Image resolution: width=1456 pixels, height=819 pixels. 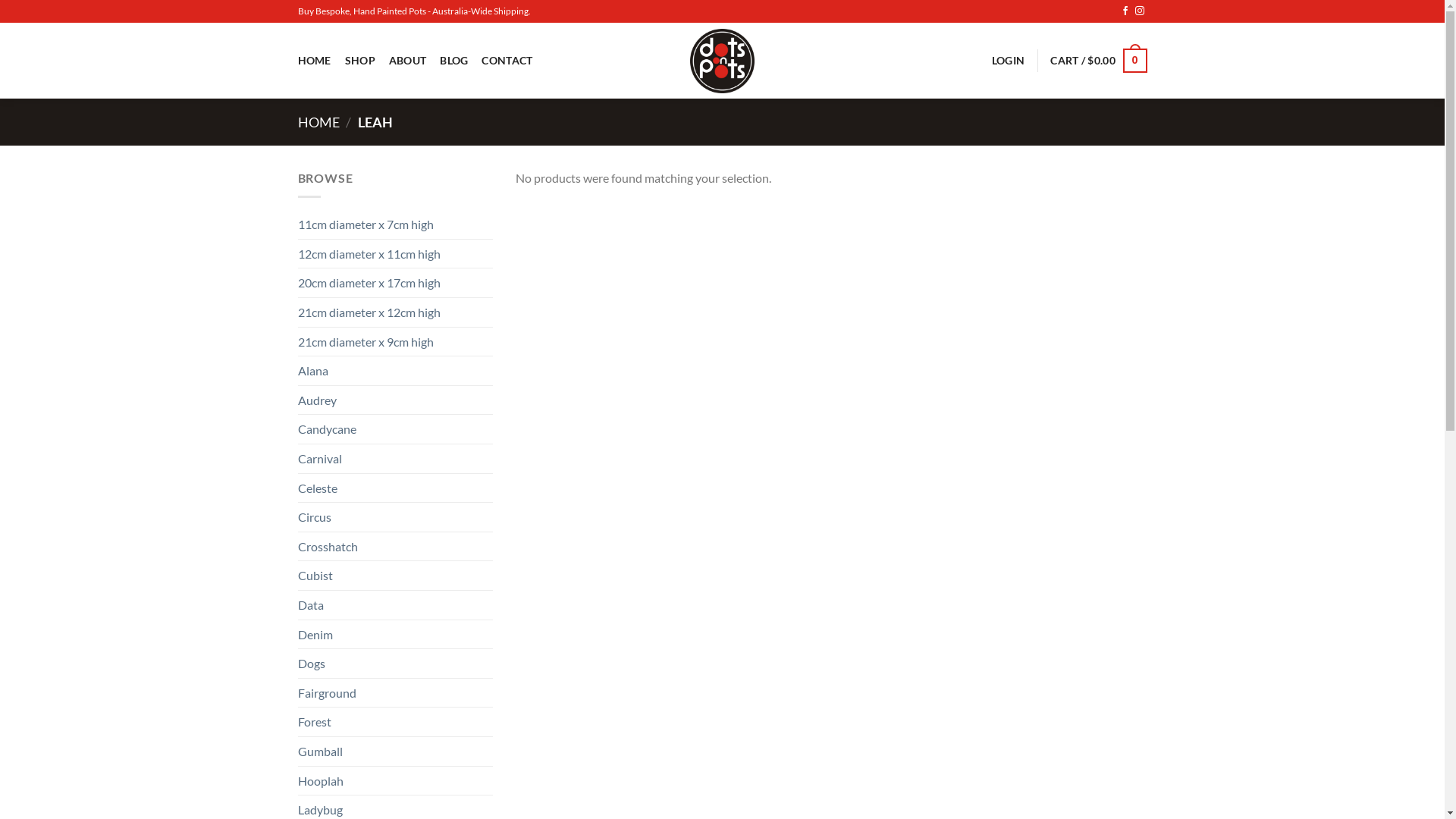 I want to click on '20cm diameter x 17cm high', so click(x=395, y=283).